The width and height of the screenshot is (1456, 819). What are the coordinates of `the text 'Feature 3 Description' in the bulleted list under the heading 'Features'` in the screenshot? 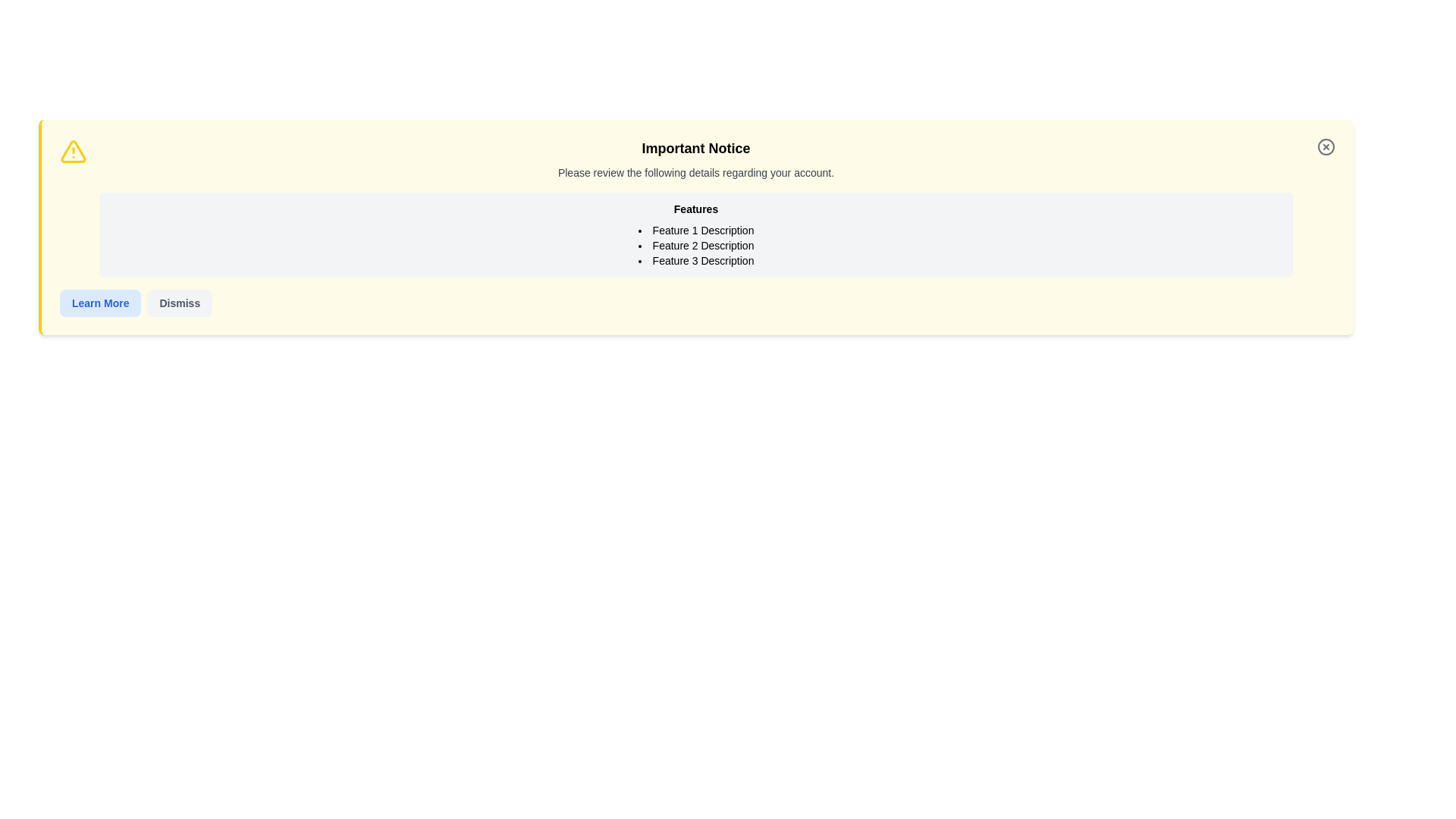 It's located at (695, 259).